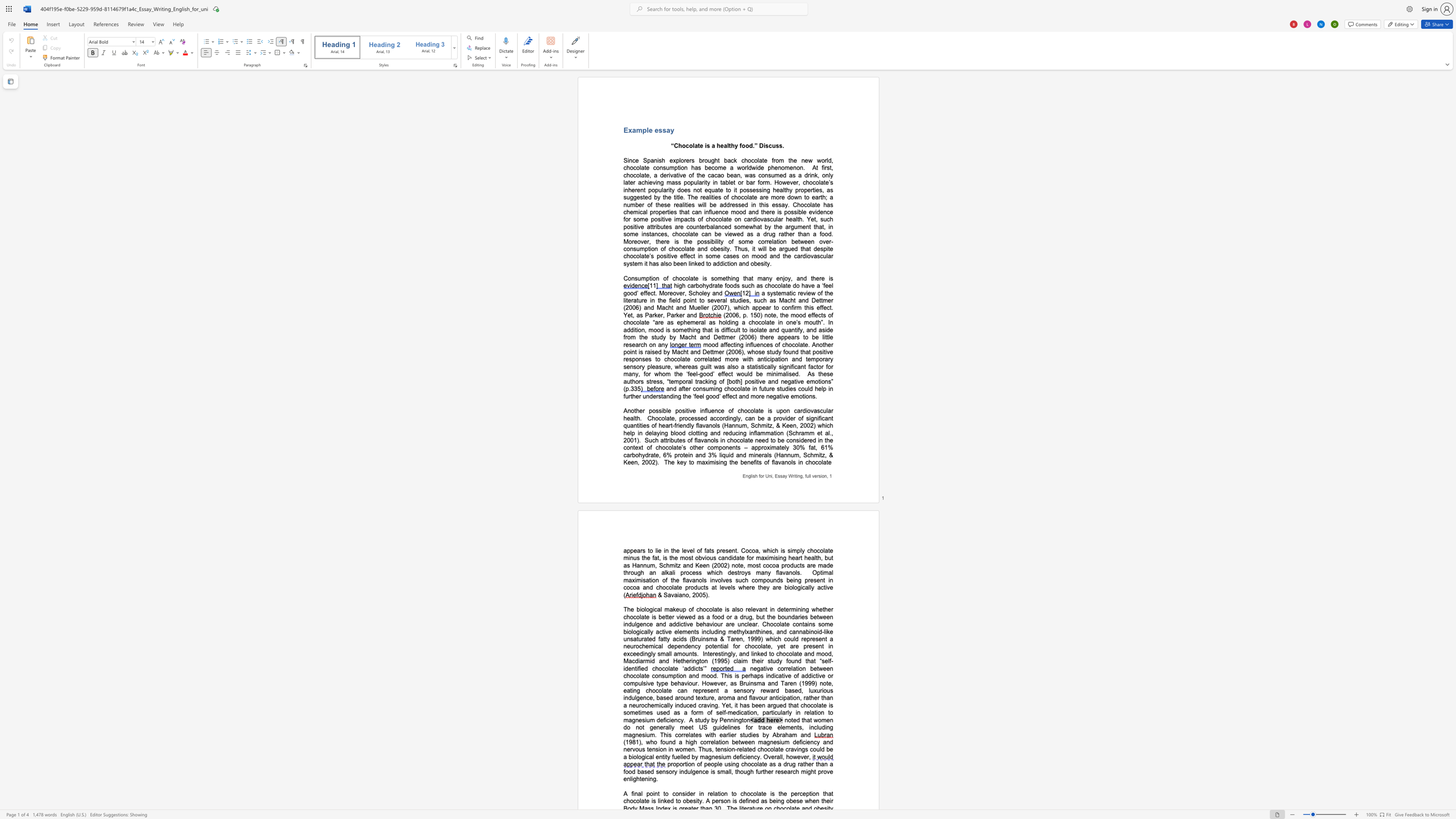  What do you see at coordinates (759, 226) in the screenshot?
I see `the 1th character "a" in the text` at bounding box center [759, 226].